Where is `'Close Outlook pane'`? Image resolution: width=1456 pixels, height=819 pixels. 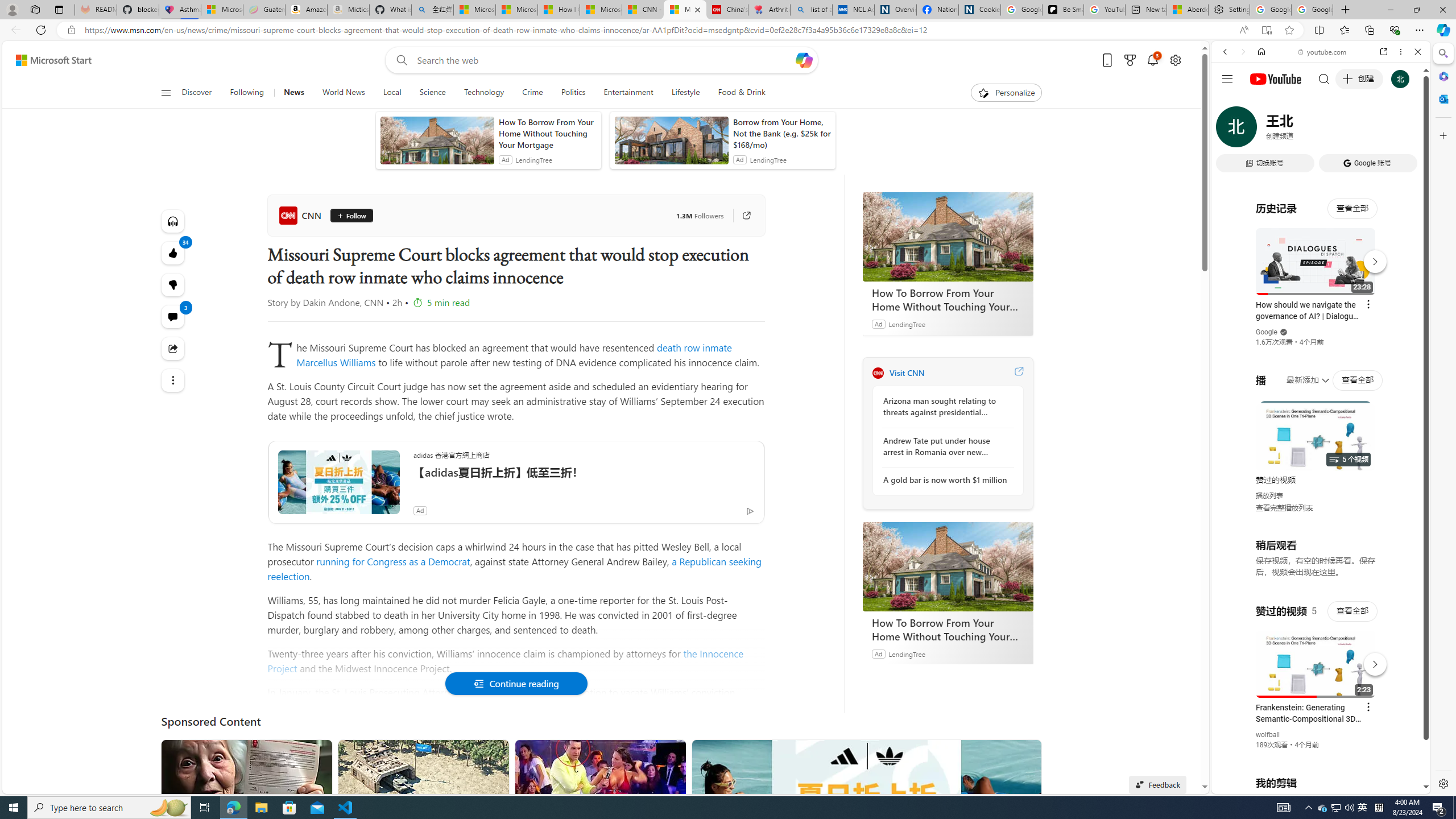
'Close Outlook pane' is located at coordinates (1442, 98).